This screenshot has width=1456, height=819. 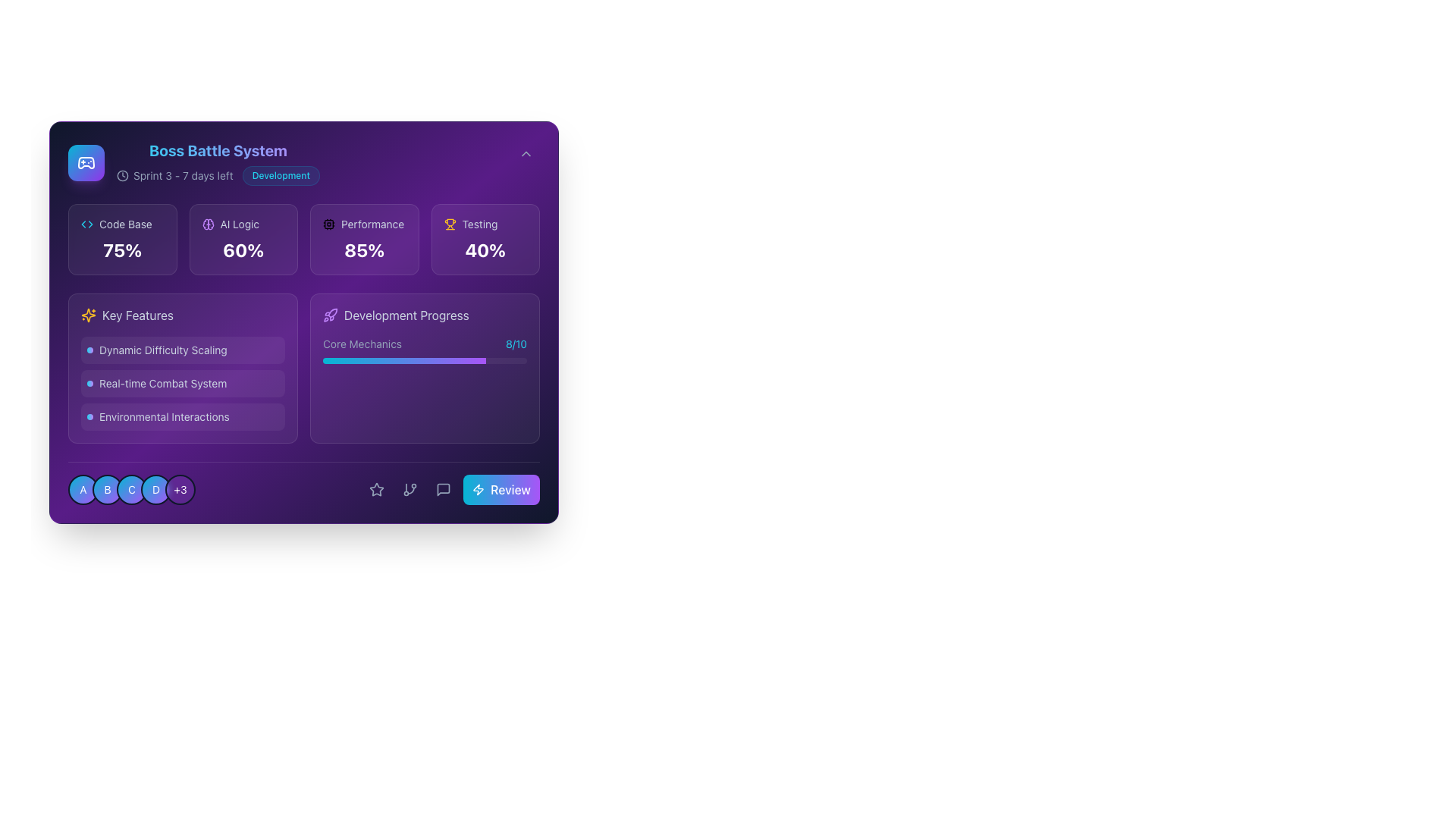 What do you see at coordinates (478, 489) in the screenshot?
I see `the miniature lightning bolt icon located within the 'Review' button, positioned at the bottom-right corner of the interface` at bounding box center [478, 489].